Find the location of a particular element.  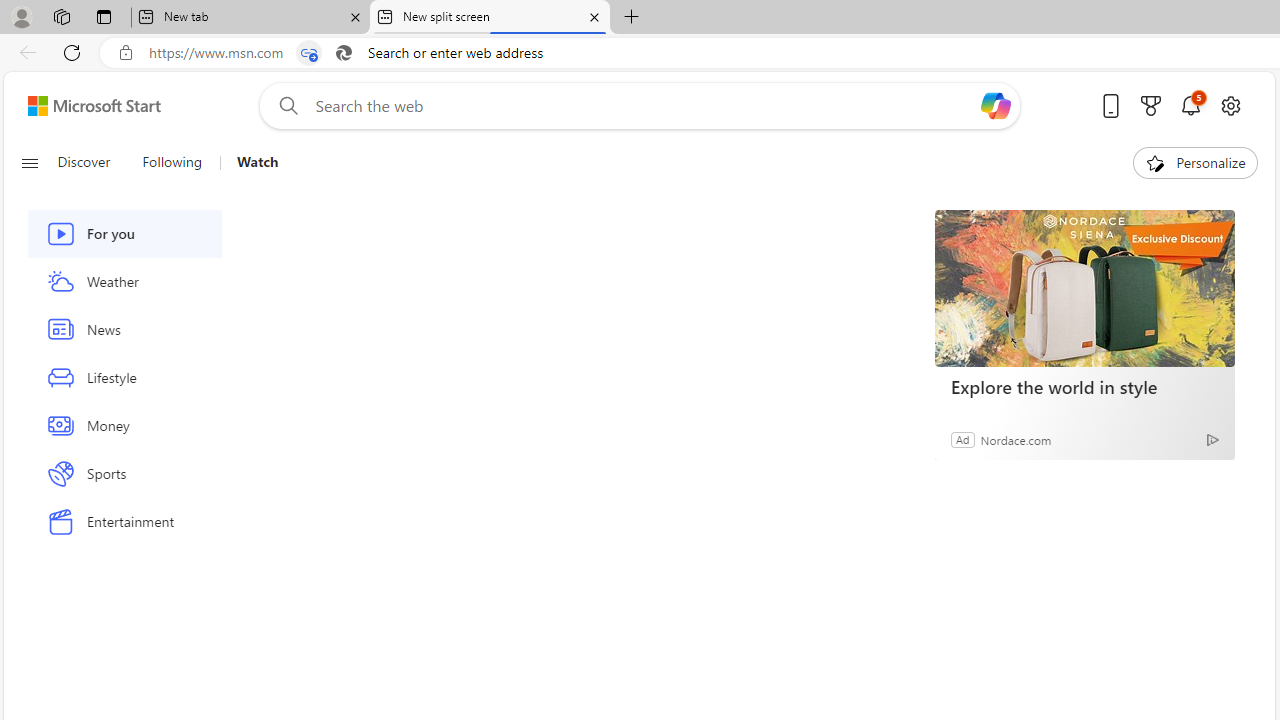

'Microsoft rewards' is located at coordinates (1151, 105).